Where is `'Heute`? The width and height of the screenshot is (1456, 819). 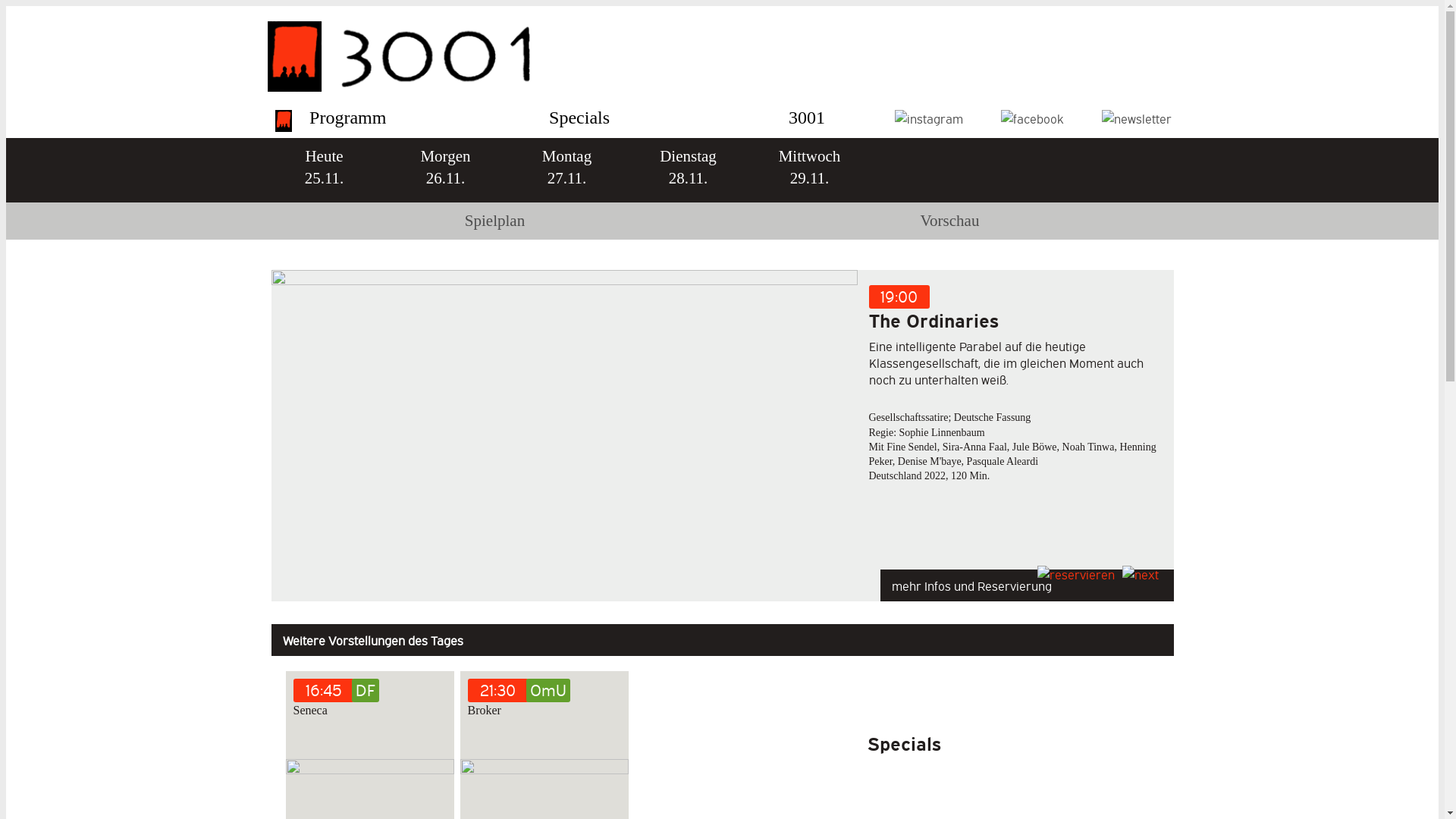 'Heute is located at coordinates (323, 170).